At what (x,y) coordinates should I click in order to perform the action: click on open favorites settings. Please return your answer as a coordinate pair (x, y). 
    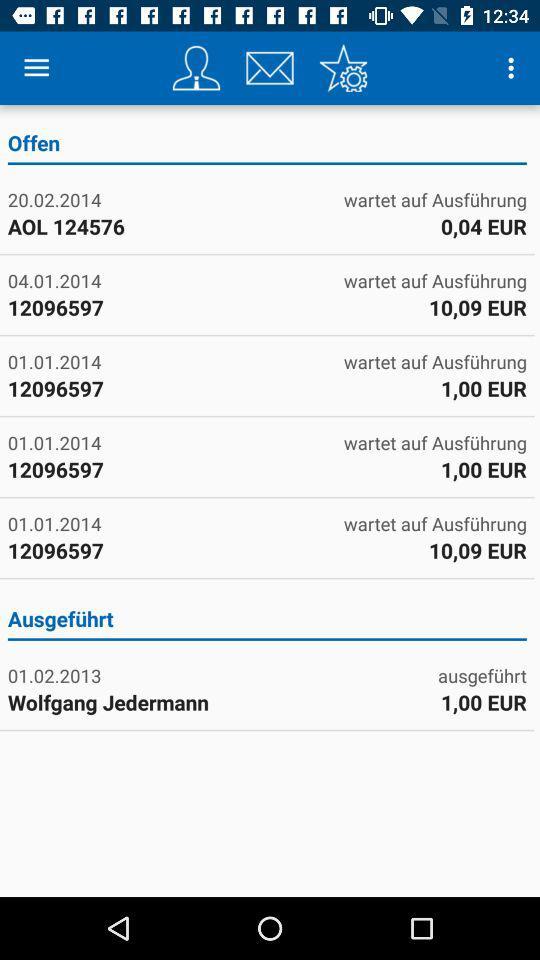
    Looking at the image, I should click on (342, 68).